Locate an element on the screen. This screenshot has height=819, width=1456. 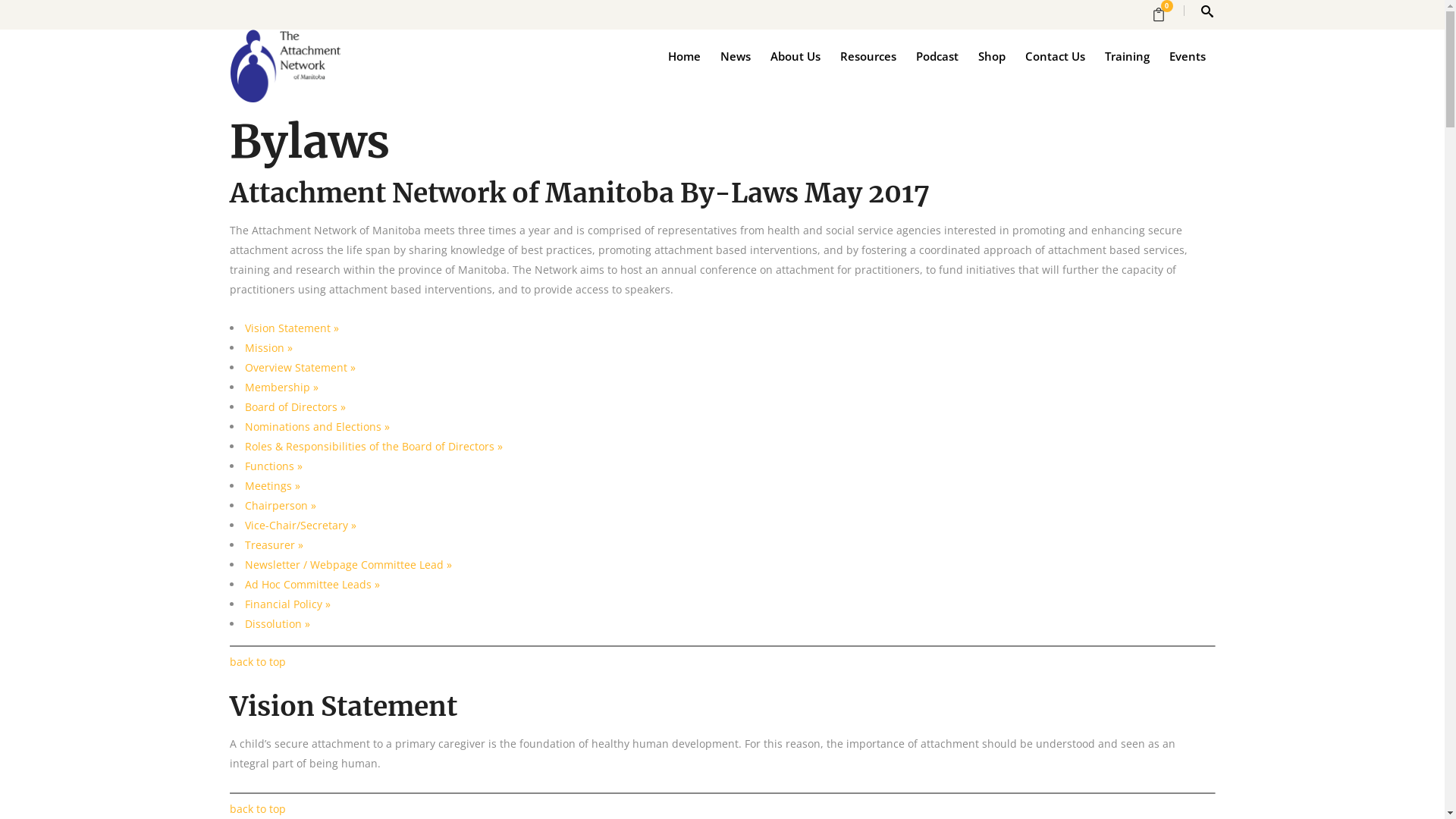
'Podcast' is located at coordinates (935, 55).